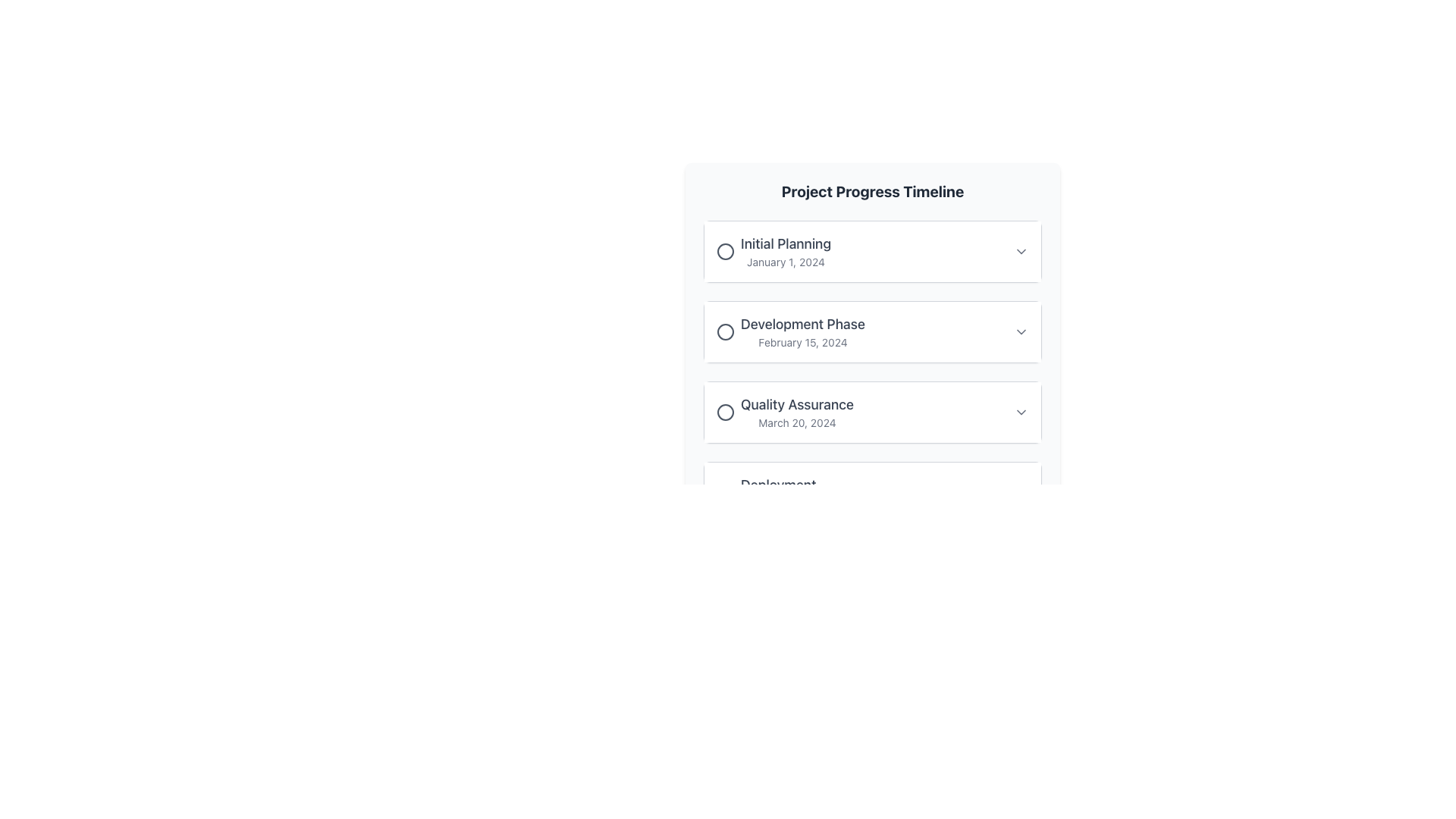 The height and width of the screenshot is (819, 1456). Describe the element at coordinates (724, 250) in the screenshot. I see `the first circular icon in the Project Progress Timeline section, which is located to the left of the 'Initial Planning' text` at that location.